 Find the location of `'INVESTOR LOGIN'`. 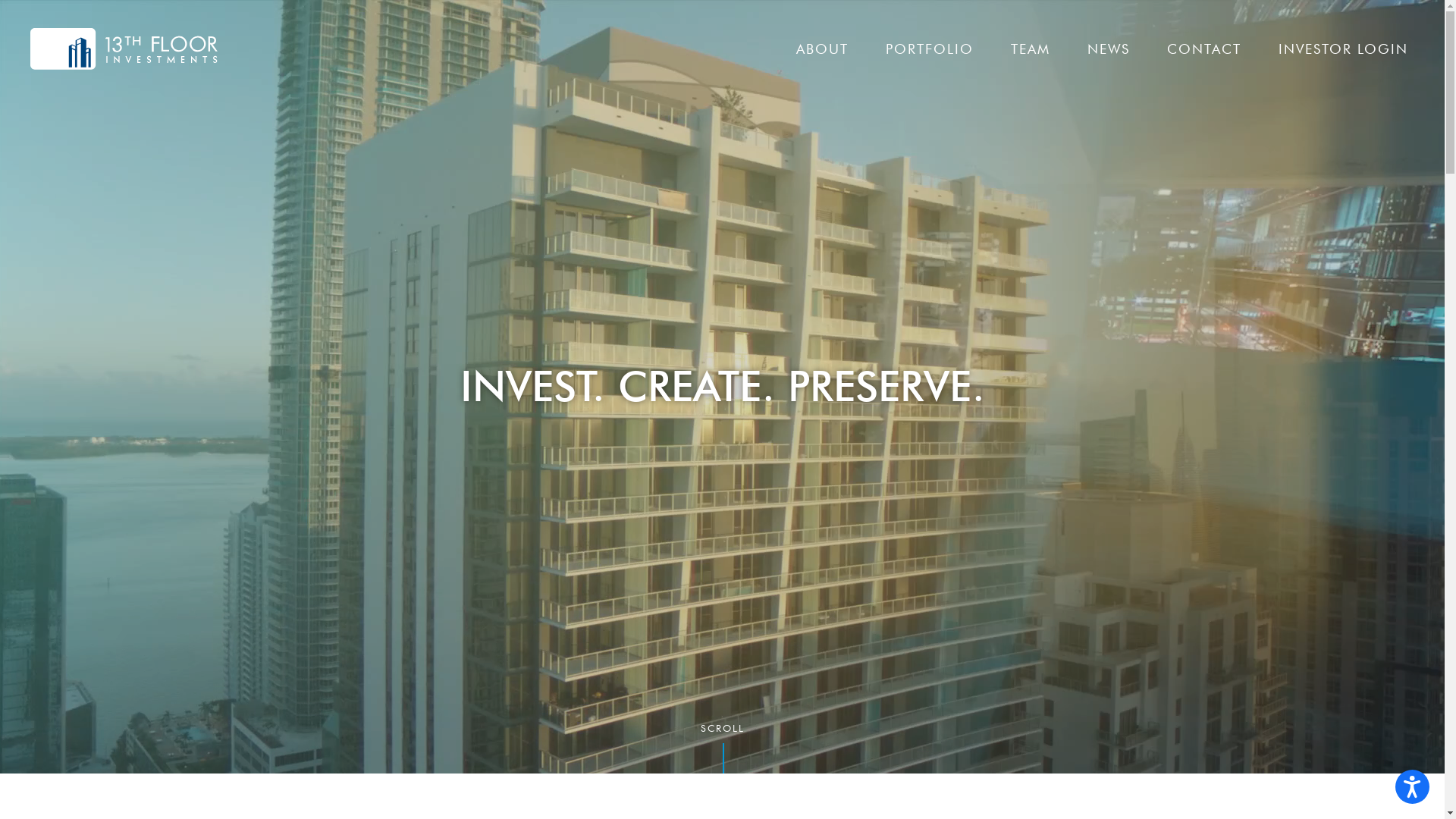

'INVESTOR LOGIN' is located at coordinates (1343, 48).